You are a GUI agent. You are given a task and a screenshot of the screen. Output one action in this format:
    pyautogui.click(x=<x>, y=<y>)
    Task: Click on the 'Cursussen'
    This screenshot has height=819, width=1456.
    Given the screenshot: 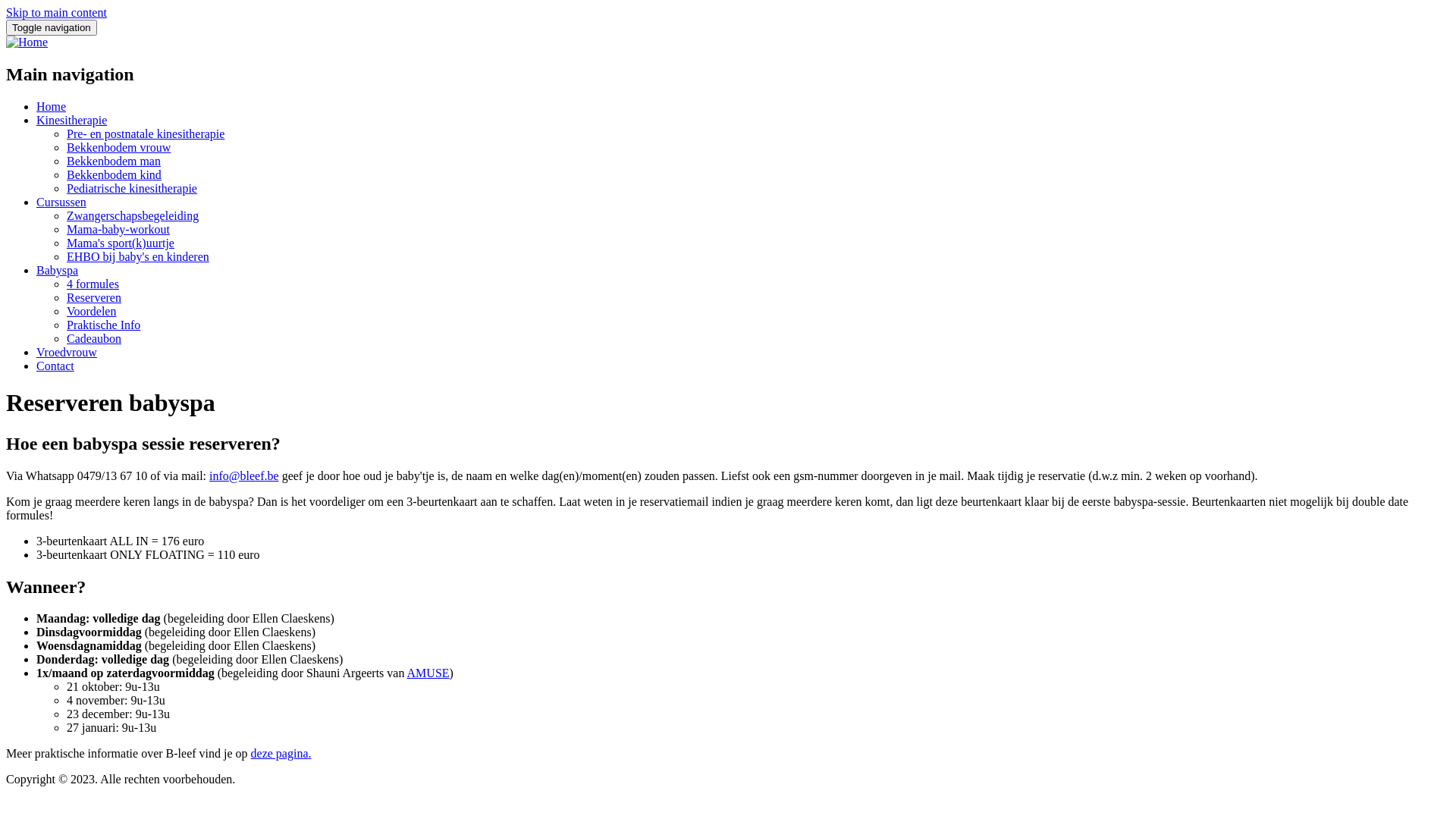 What is the action you would take?
    pyautogui.click(x=61, y=201)
    